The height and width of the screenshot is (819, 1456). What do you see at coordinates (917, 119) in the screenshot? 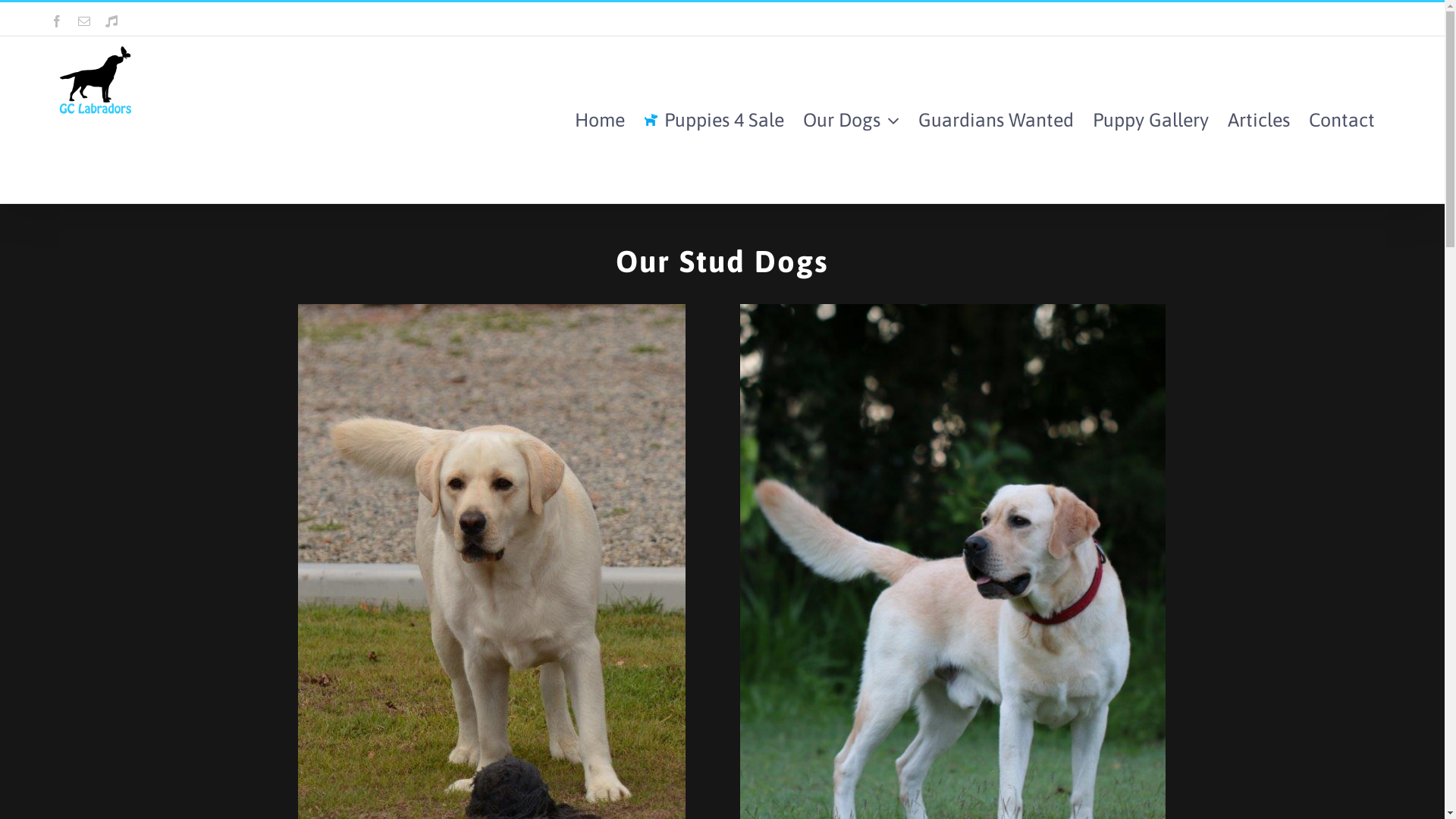
I see `'Guardians Wanted'` at bounding box center [917, 119].